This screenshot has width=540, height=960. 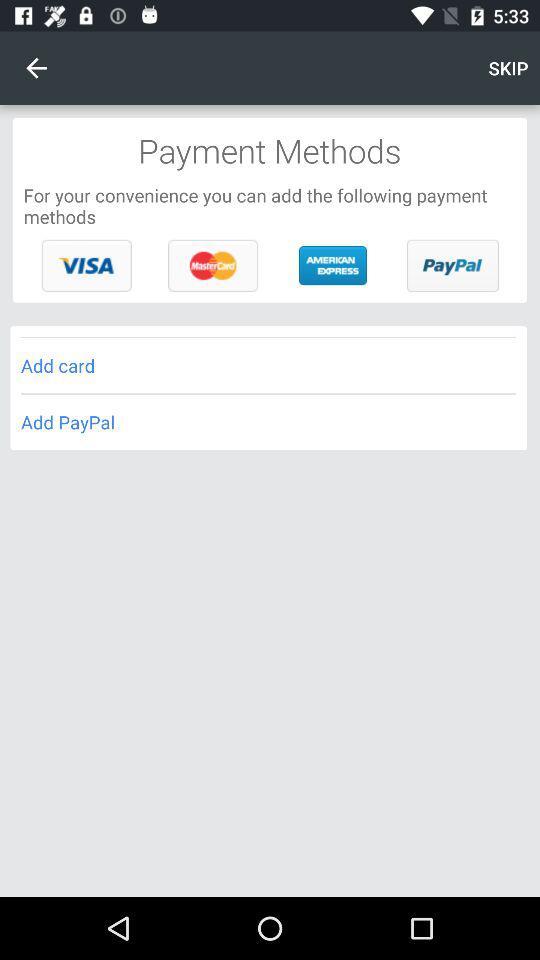 What do you see at coordinates (508, 68) in the screenshot?
I see `item above payment methods` at bounding box center [508, 68].